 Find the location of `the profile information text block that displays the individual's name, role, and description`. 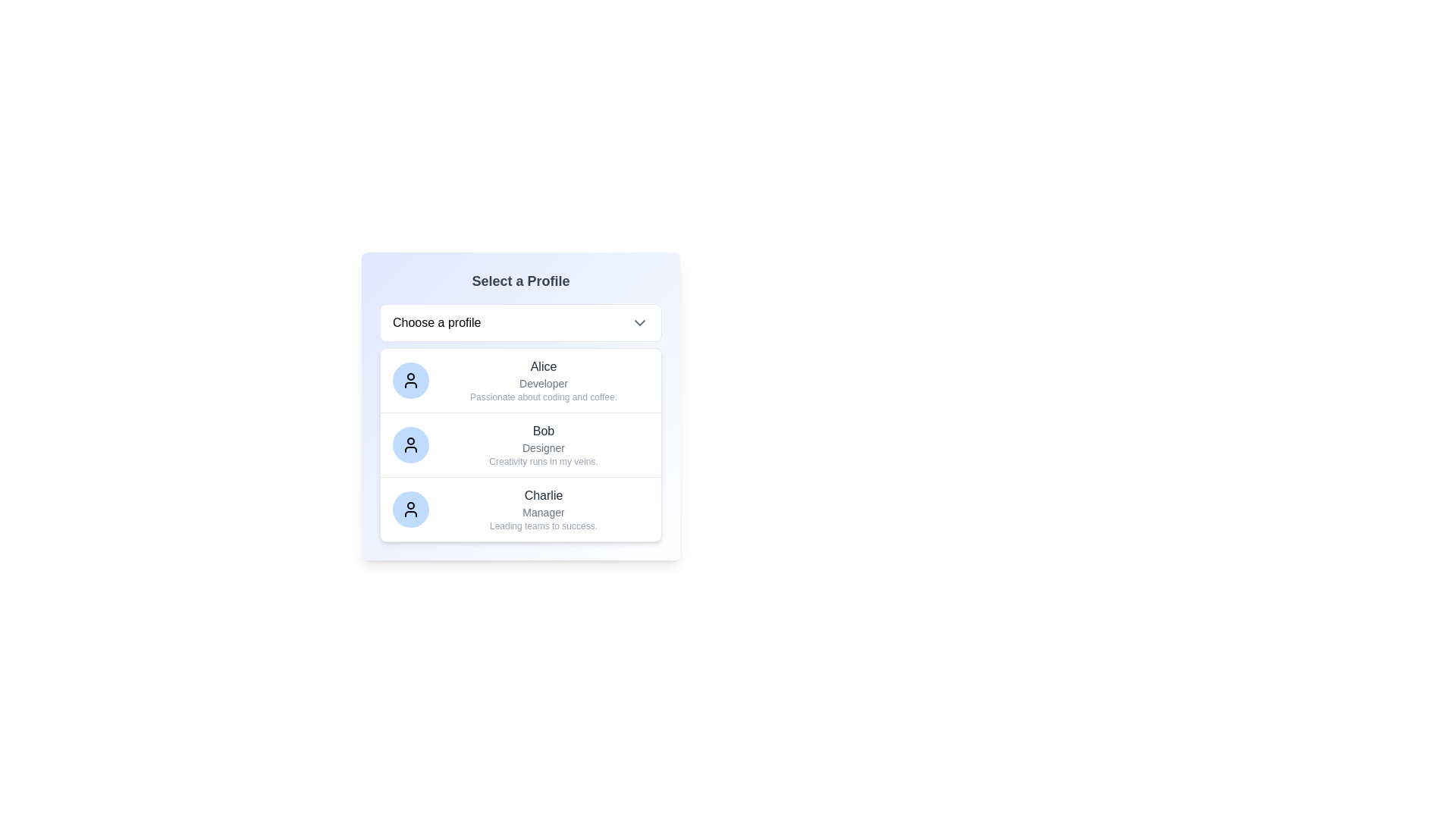

the profile information text block that displays the individual's name, role, and description is located at coordinates (543, 379).